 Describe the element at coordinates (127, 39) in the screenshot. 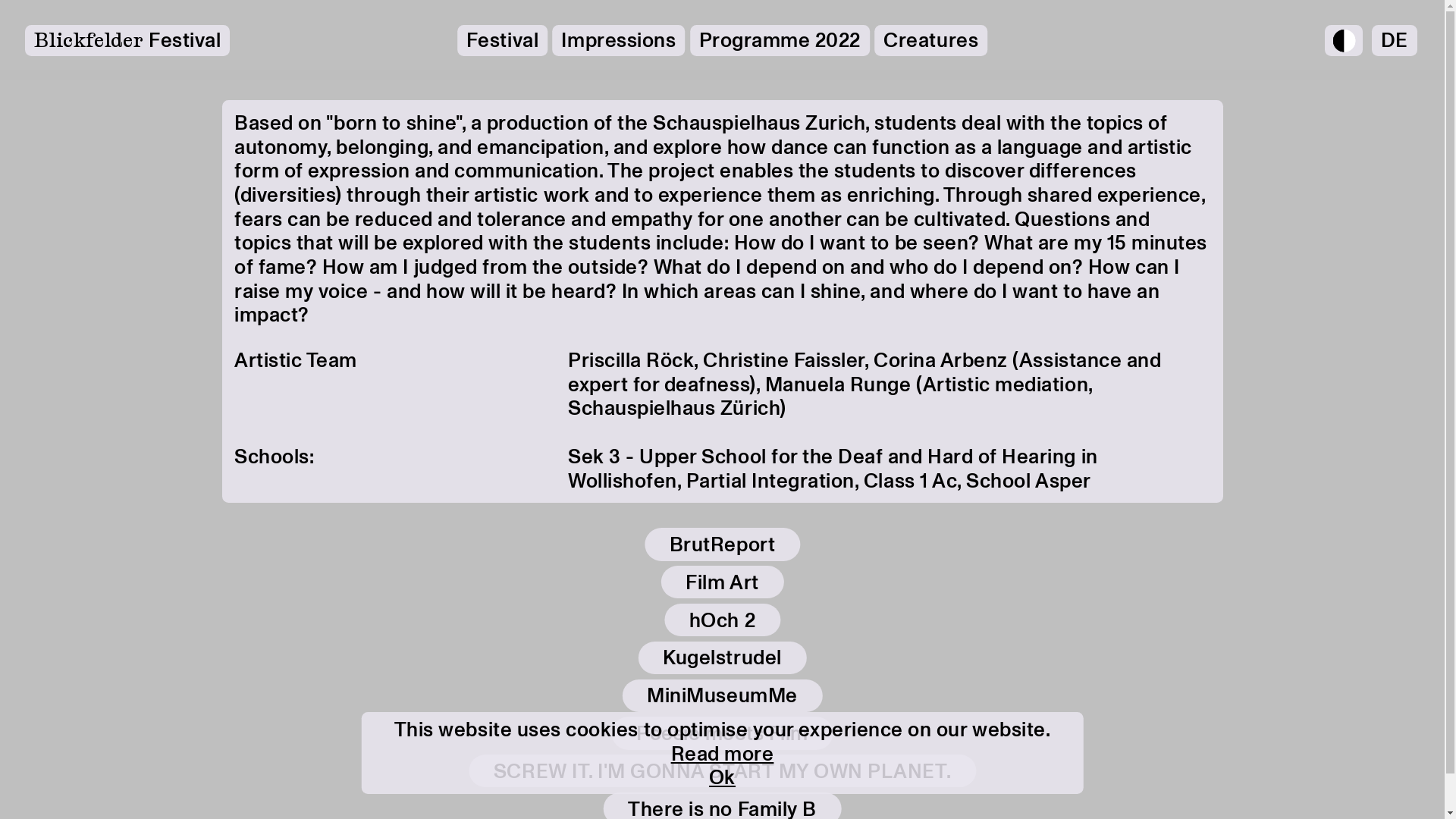

I see `'Blickfelder Festival'` at that location.